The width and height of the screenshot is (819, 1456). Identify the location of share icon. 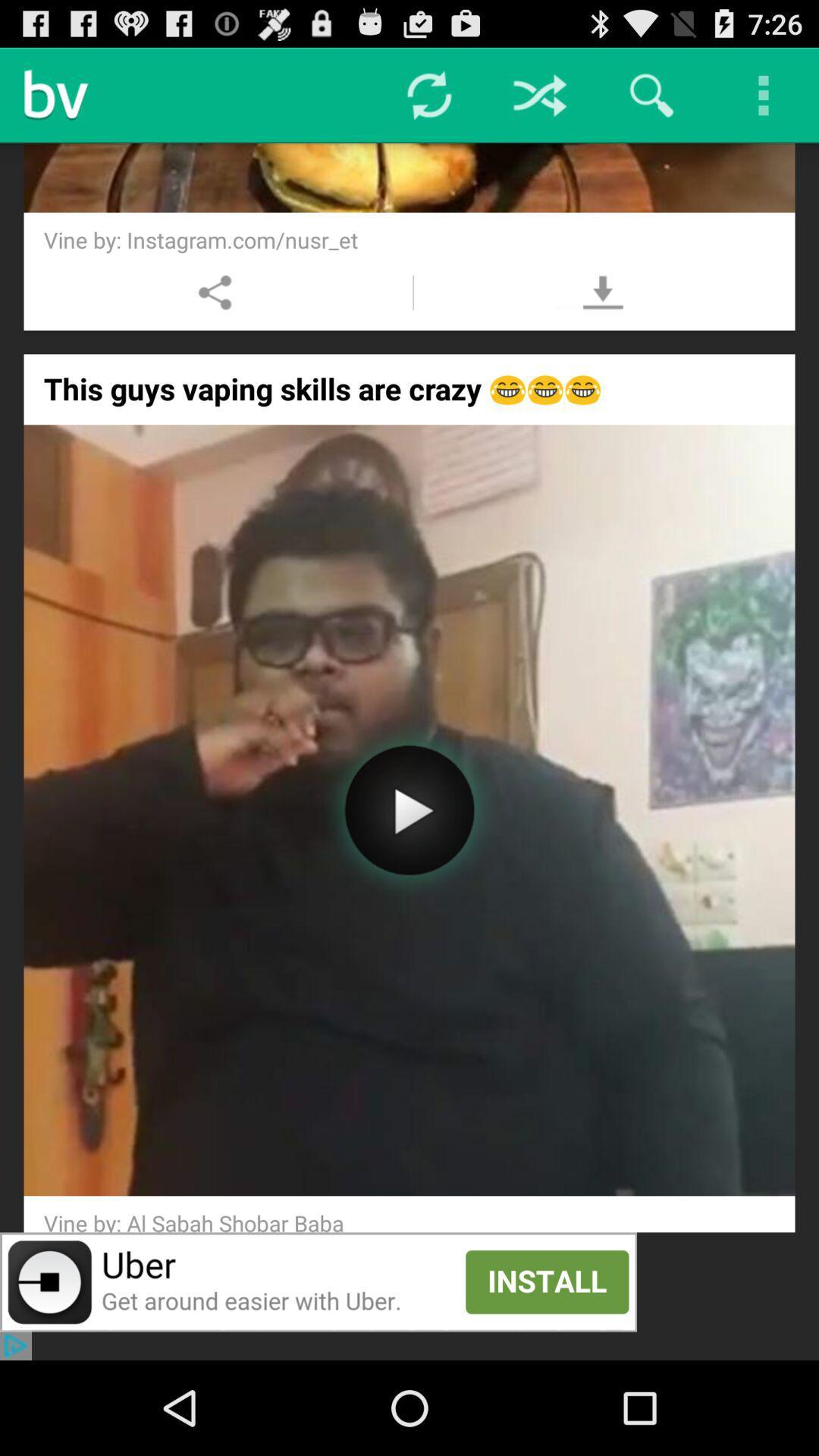
(215, 292).